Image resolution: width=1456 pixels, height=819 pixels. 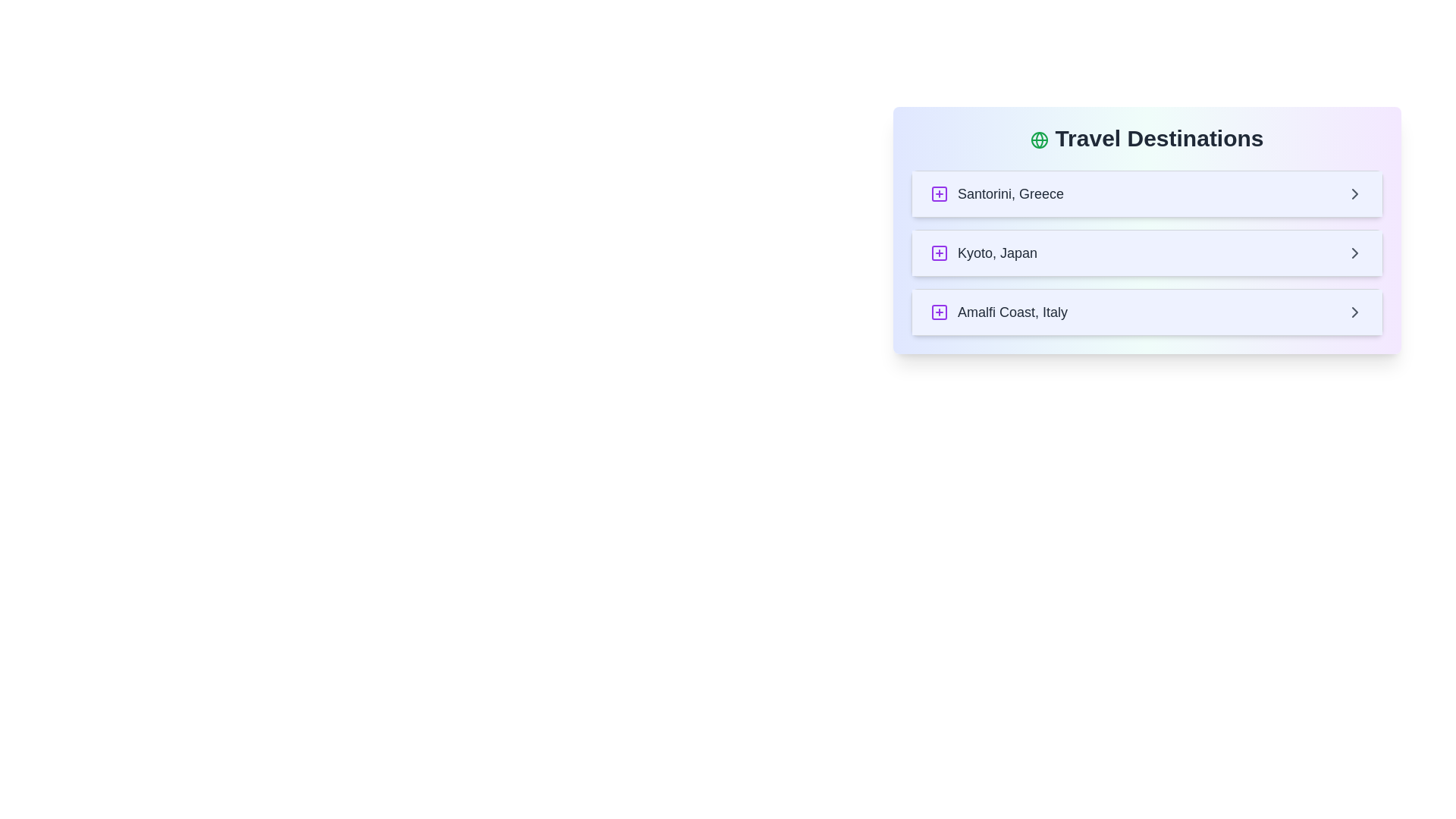 What do you see at coordinates (938, 253) in the screenshot?
I see `the small square with rounded corners styled in purple, part of the plus-square icon located near the text 'Kyoto, Japan', positioned on the left side of the second list item` at bounding box center [938, 253].